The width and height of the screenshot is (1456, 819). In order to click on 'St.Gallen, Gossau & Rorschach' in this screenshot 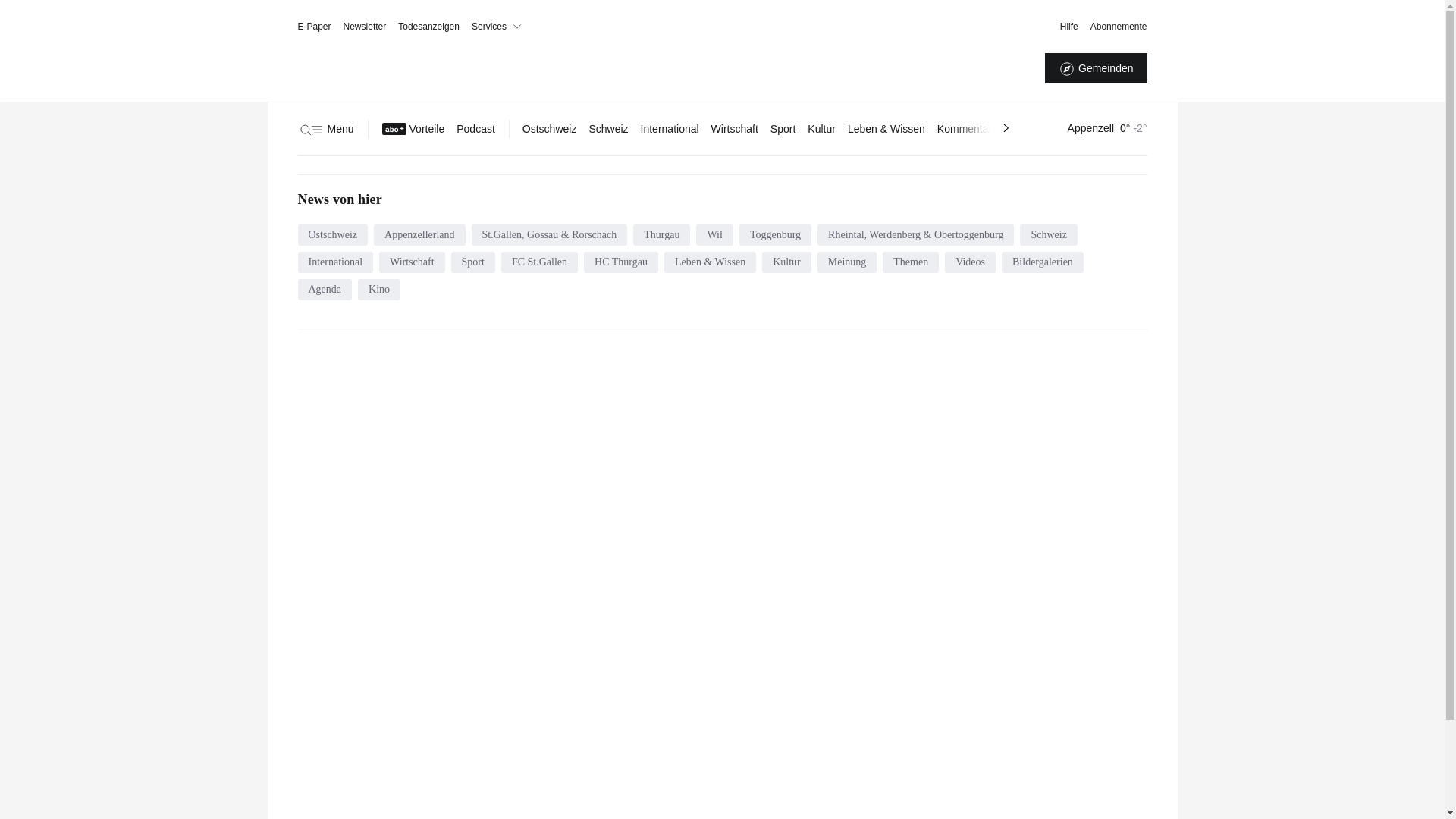, I will do `click(548, 234)`.